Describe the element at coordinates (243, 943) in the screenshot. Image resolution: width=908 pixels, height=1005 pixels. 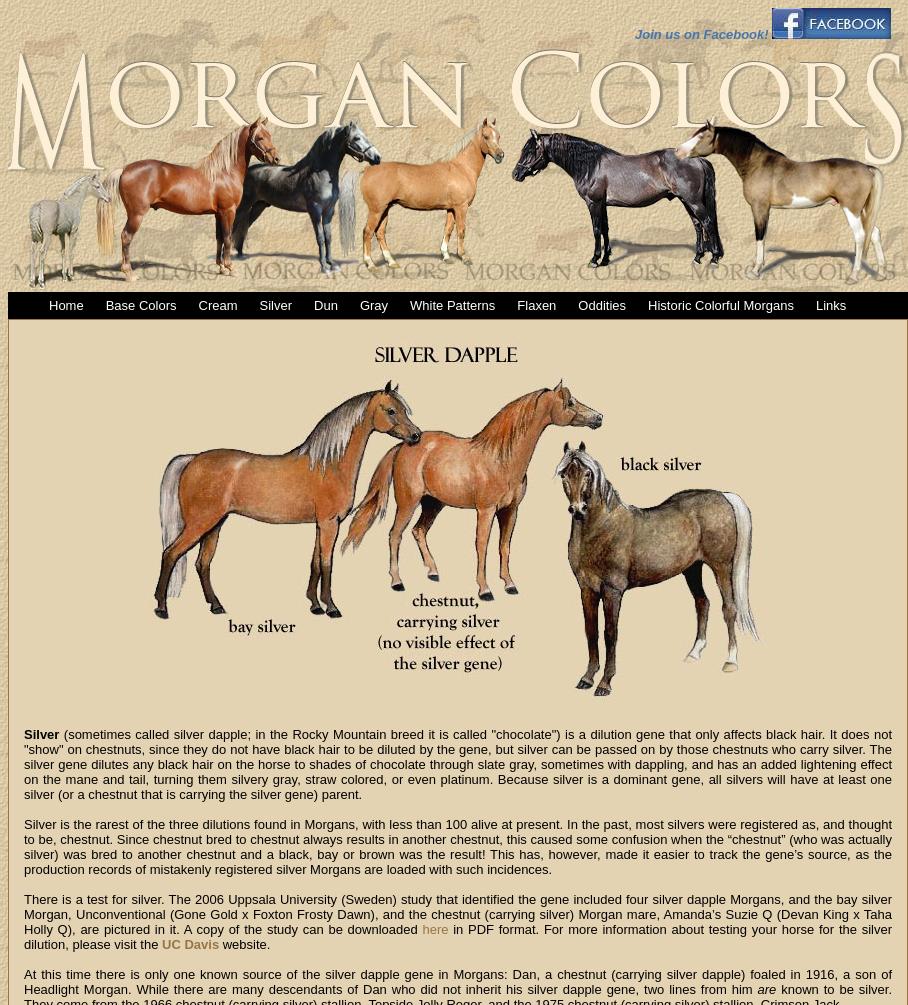
I see `'website.'` at that location.